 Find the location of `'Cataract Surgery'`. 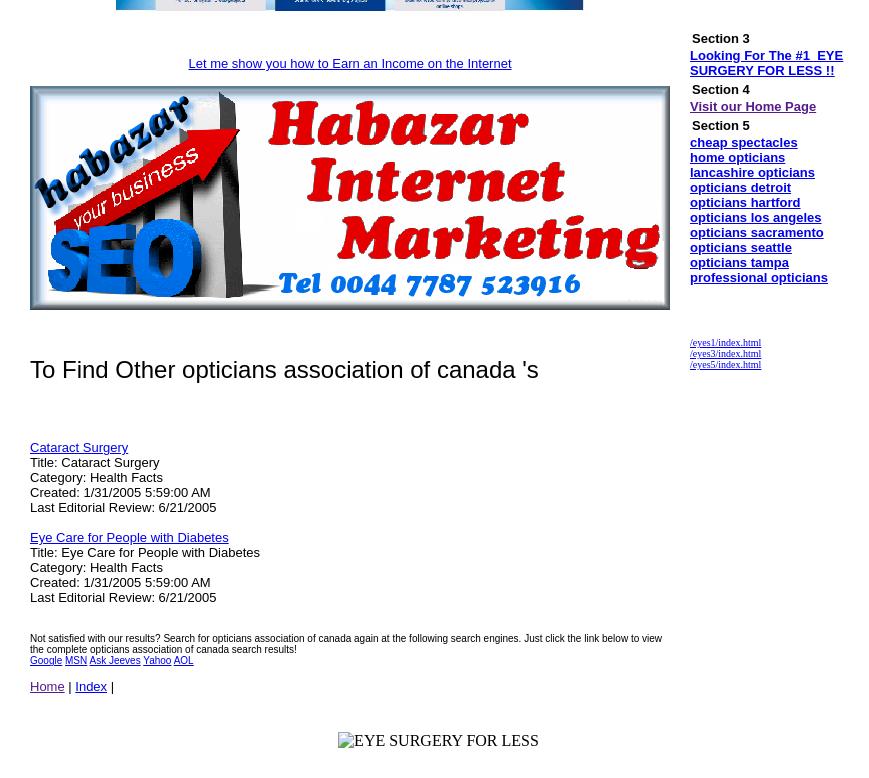

'Cataract Surgery' is located at coordinates (77, 447).